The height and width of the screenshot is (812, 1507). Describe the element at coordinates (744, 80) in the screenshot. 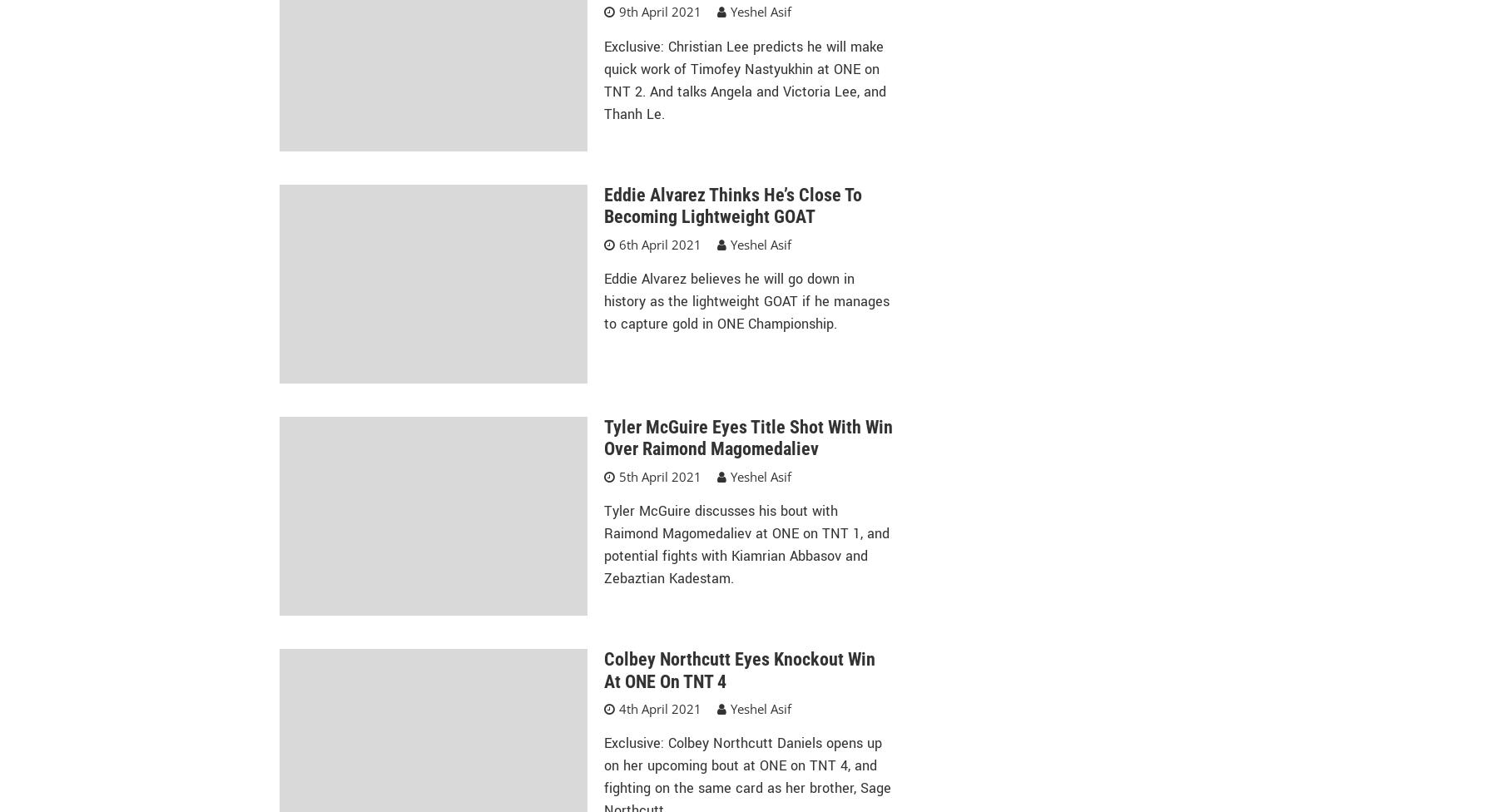

I see `'Exclusive: Christian Lee predicts he will make quick work of Timofey Nastyukhin at ONE on TNT 2. And talks Angela and Victoria Lee, and Thanh Le.'` at that location.